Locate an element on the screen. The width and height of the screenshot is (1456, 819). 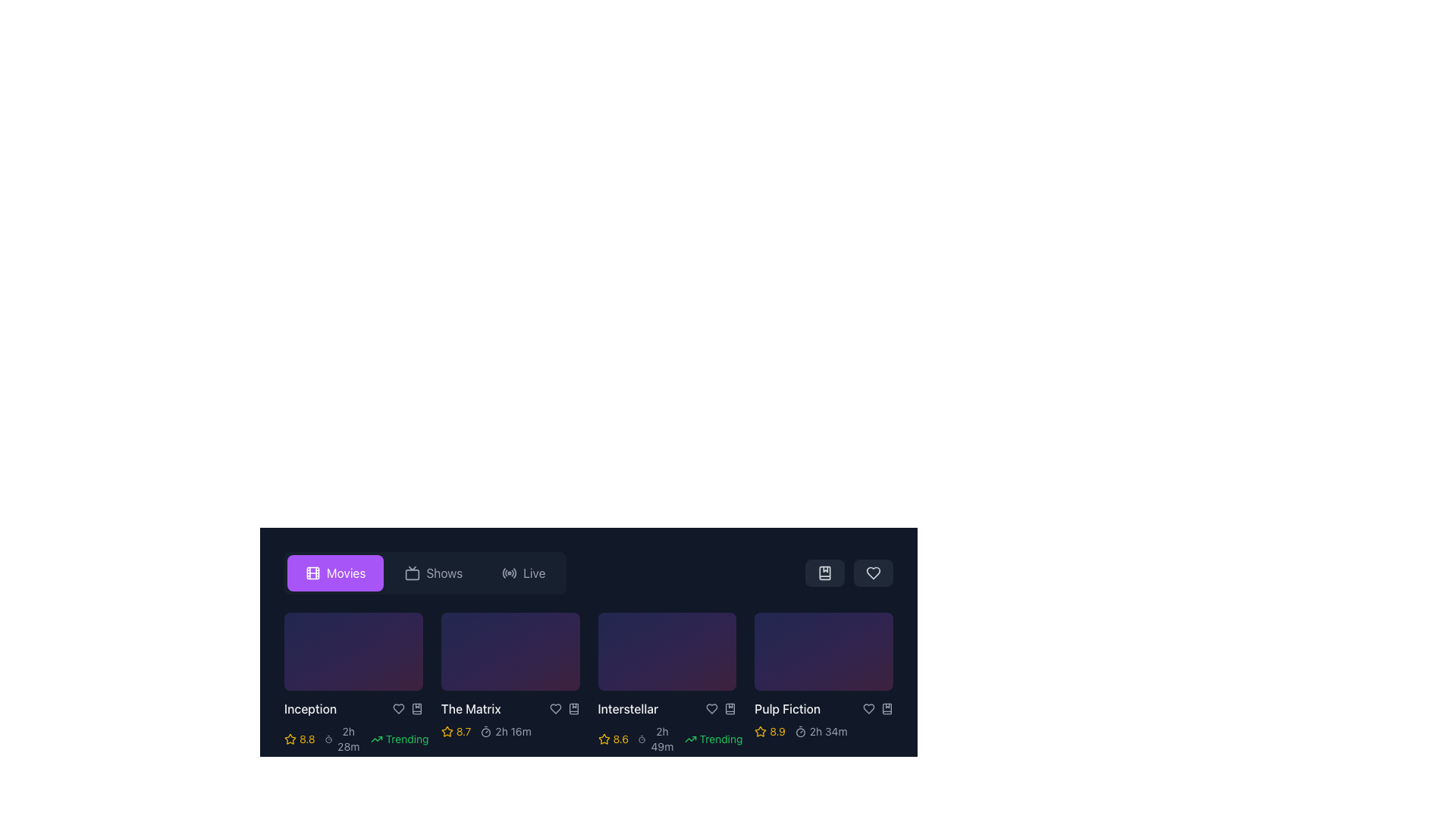
the triangular play icon SVG element located at the bottom-right side of the 'Pulp Fiction' media tile for keyboard interaction is located at coordinates (823, 683).